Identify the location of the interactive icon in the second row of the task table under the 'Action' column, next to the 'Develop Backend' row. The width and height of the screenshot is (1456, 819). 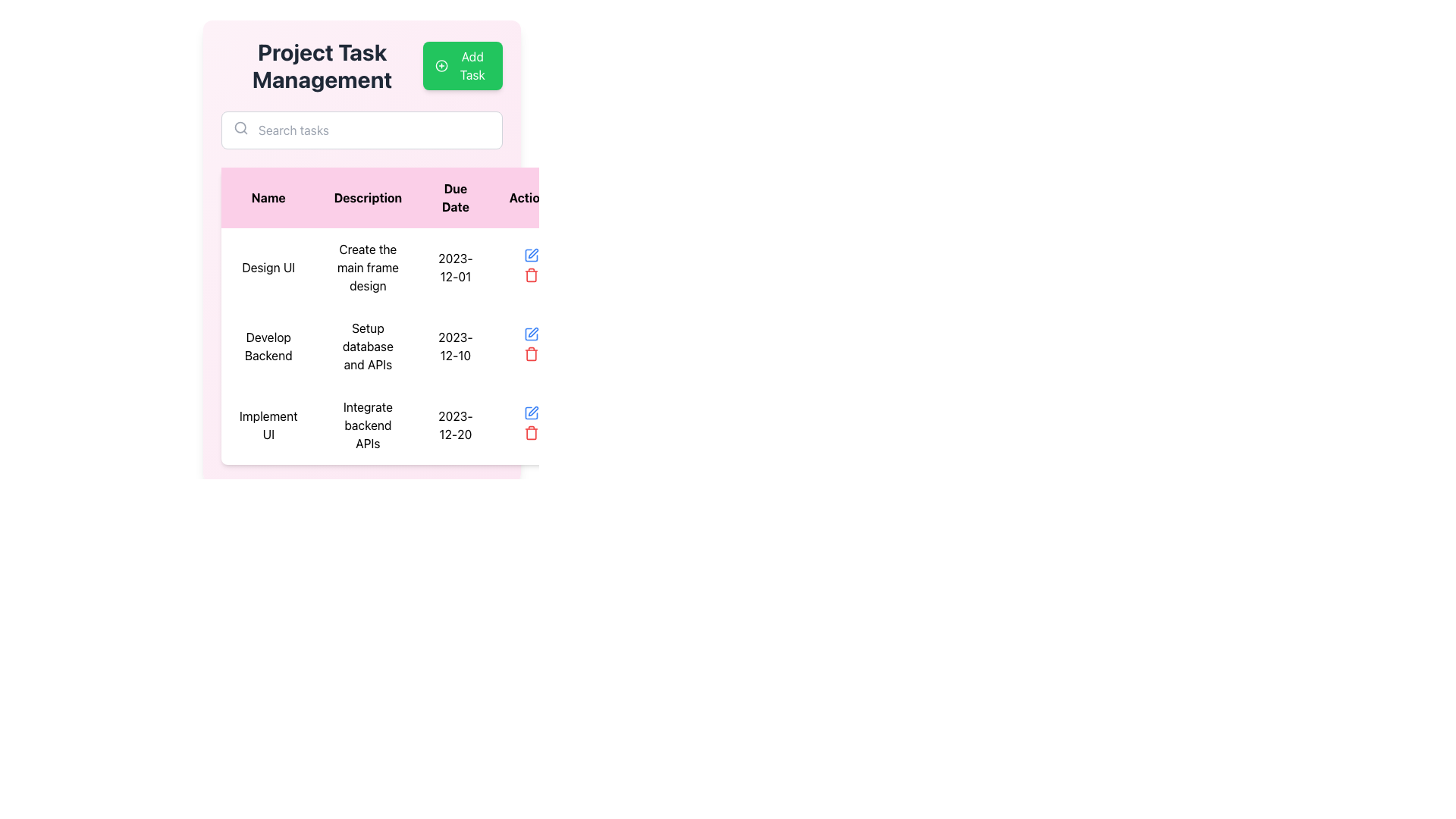
(531, 254).